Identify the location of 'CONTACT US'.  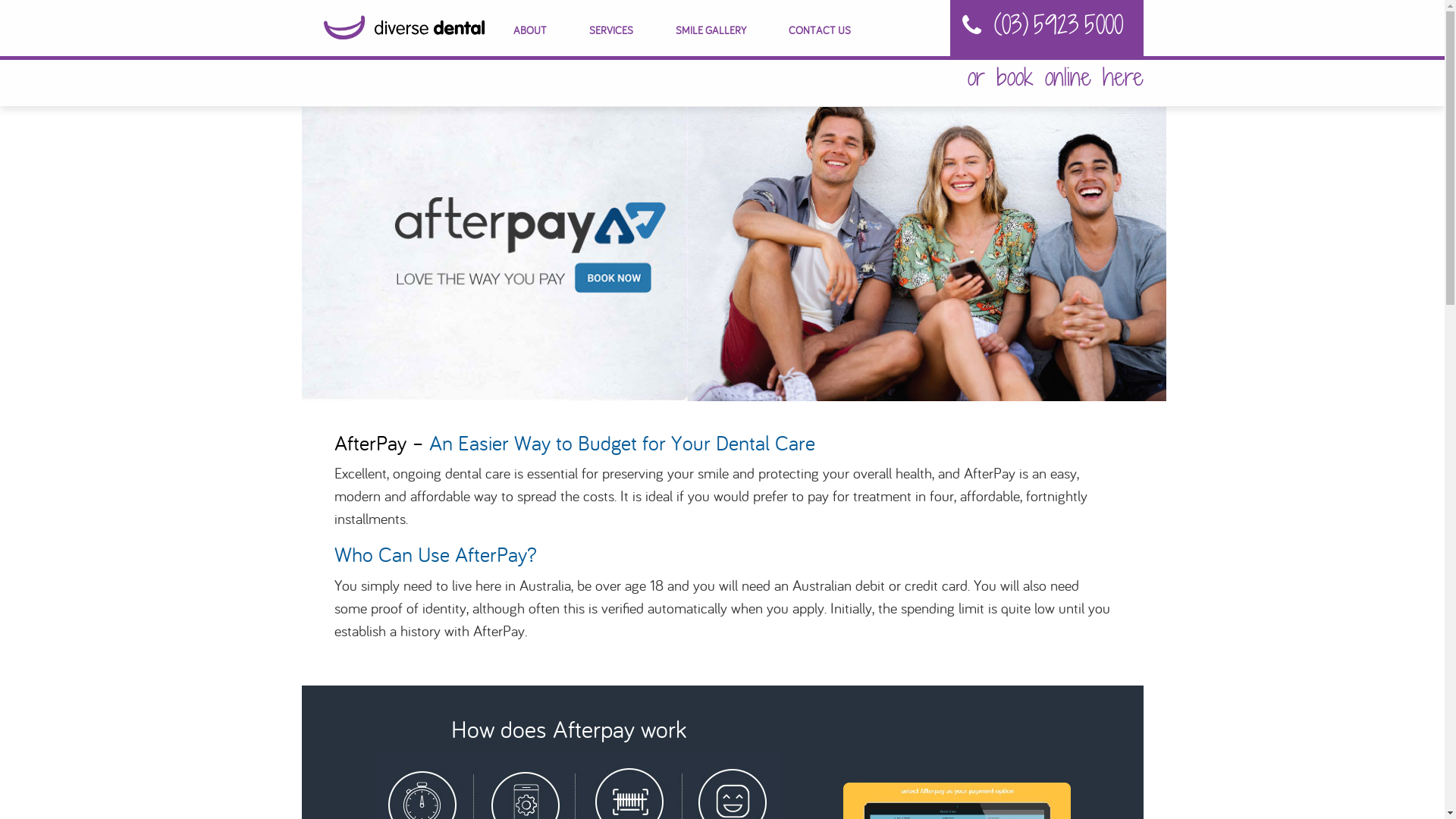
(818, 30).